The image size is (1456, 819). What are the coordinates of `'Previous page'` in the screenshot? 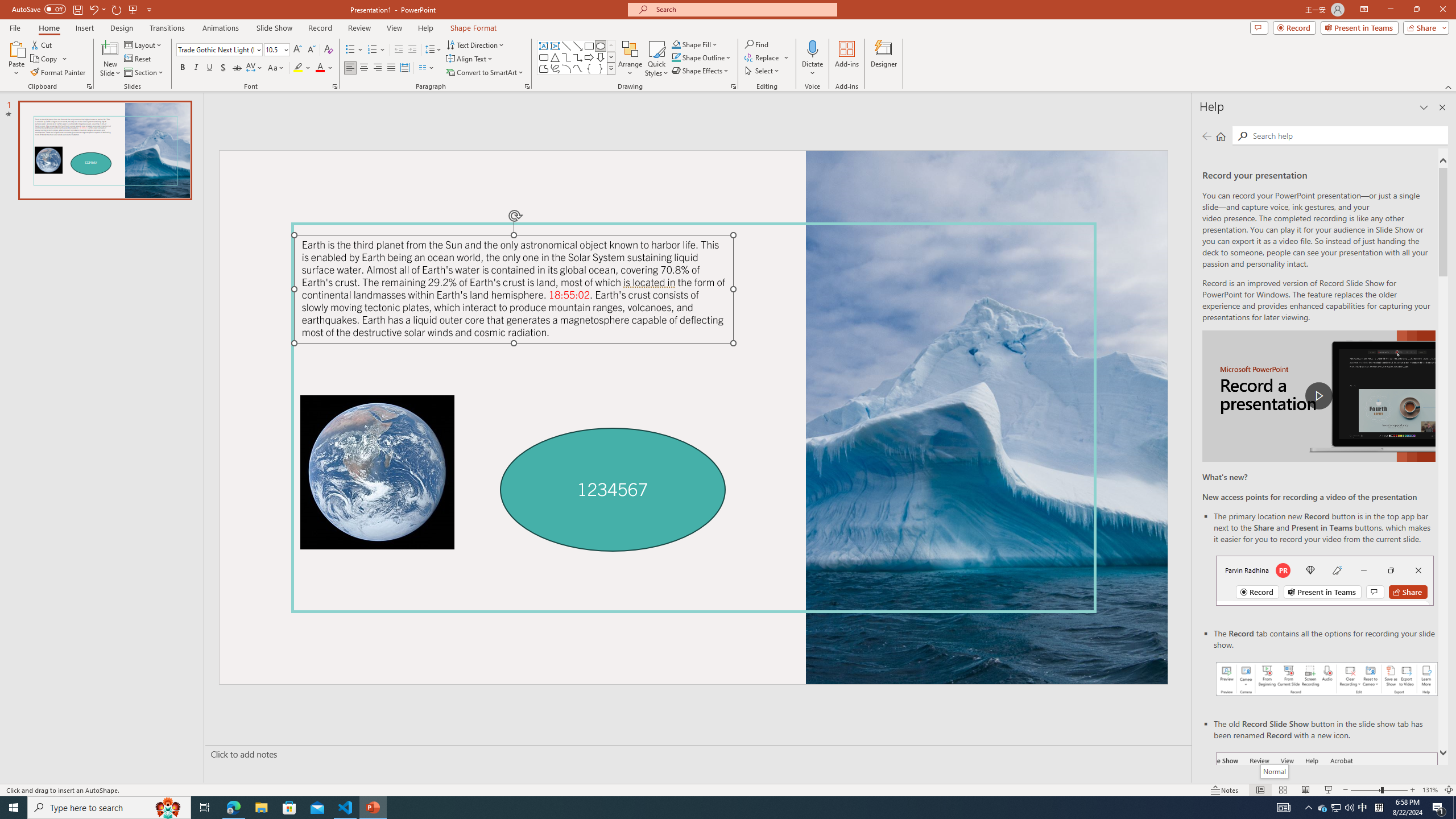 It's located at (1206, 135).